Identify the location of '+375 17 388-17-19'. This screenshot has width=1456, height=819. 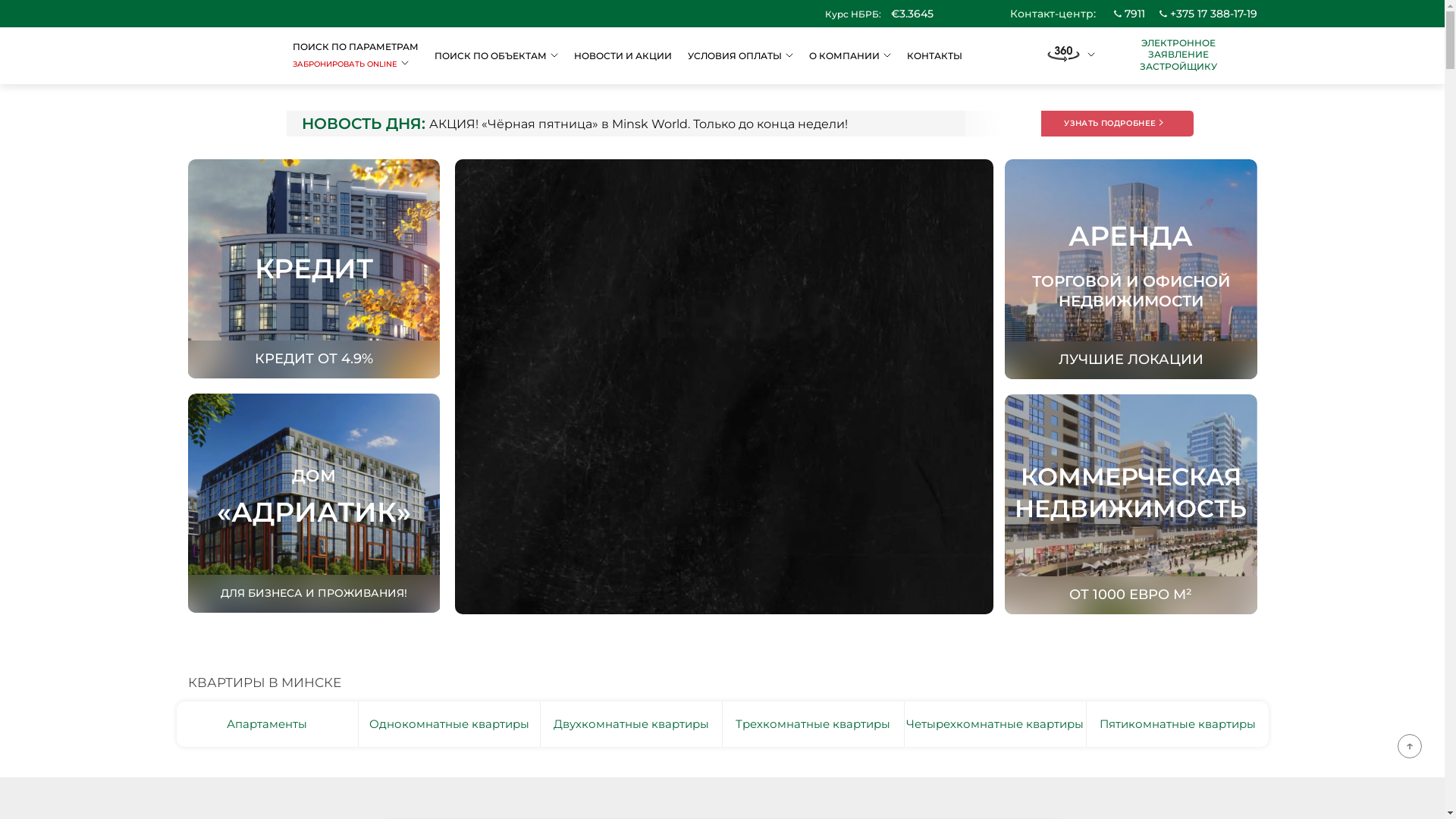
(1207, 14).